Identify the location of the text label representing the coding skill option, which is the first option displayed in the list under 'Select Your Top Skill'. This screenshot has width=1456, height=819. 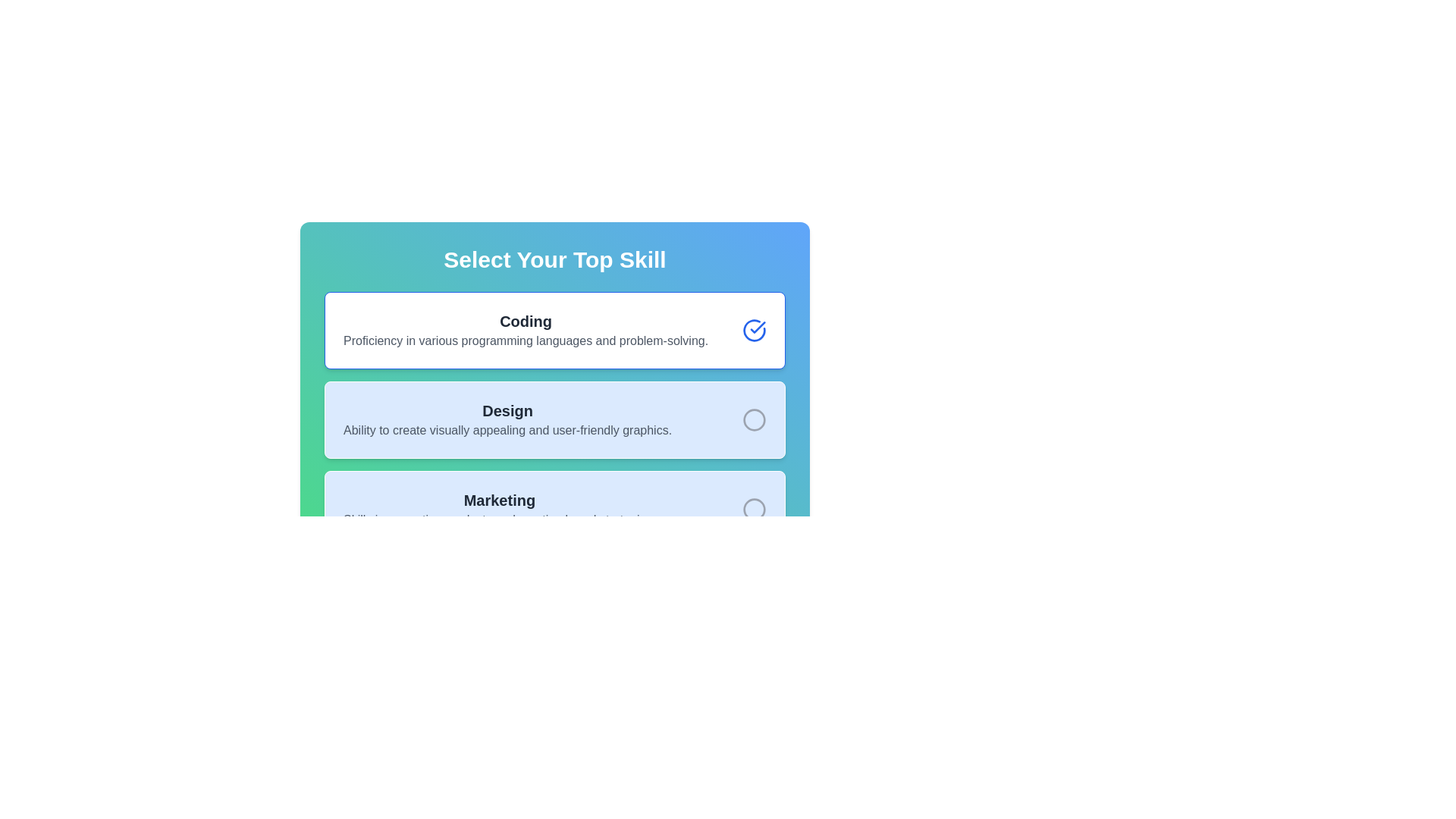
(526, 321).